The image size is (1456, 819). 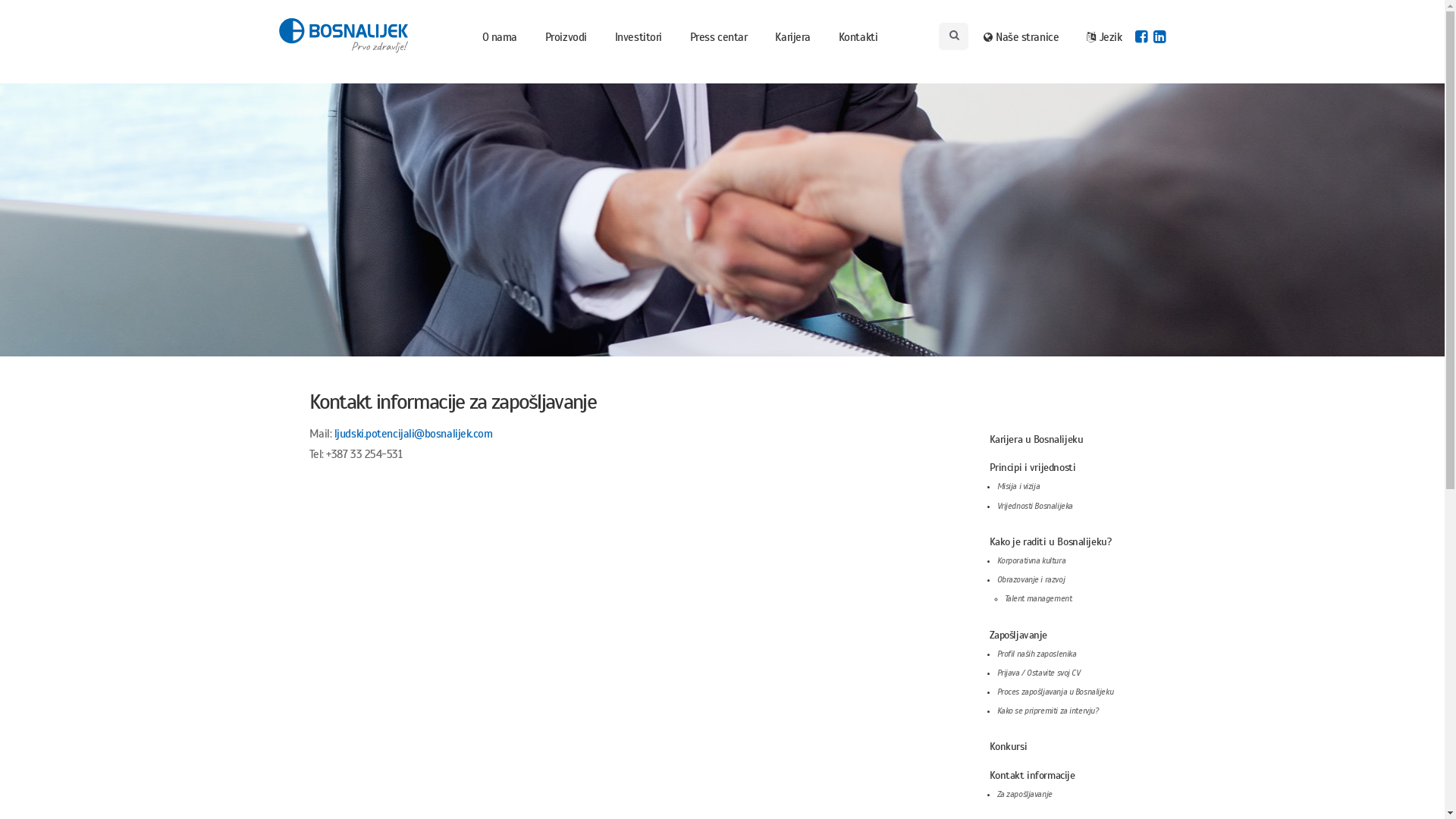 I want to click on 'Vrijednosti Bosnalijeka', so click(x=1033, y=506).